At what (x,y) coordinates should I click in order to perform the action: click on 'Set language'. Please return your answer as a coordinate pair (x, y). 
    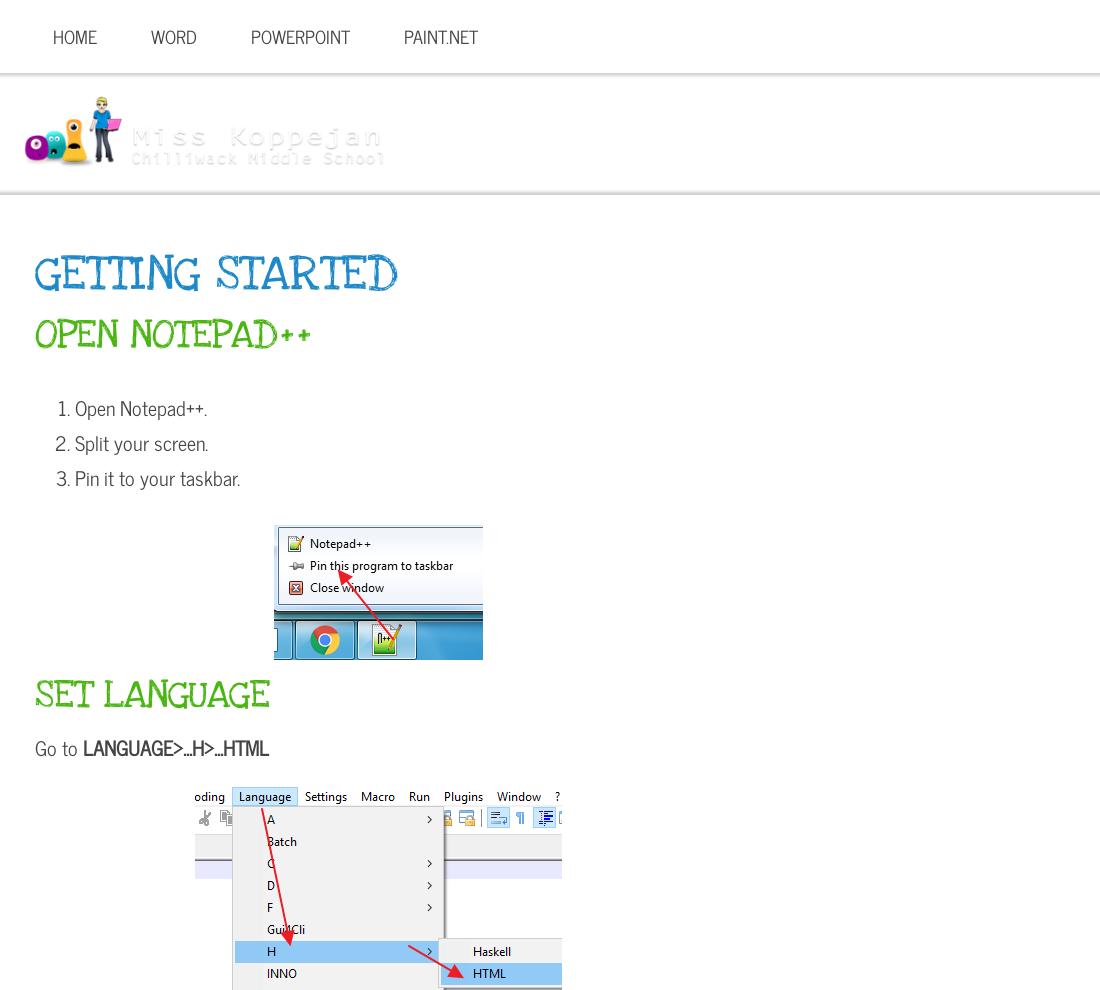
    Looking at the image, I should click on (151, 693).